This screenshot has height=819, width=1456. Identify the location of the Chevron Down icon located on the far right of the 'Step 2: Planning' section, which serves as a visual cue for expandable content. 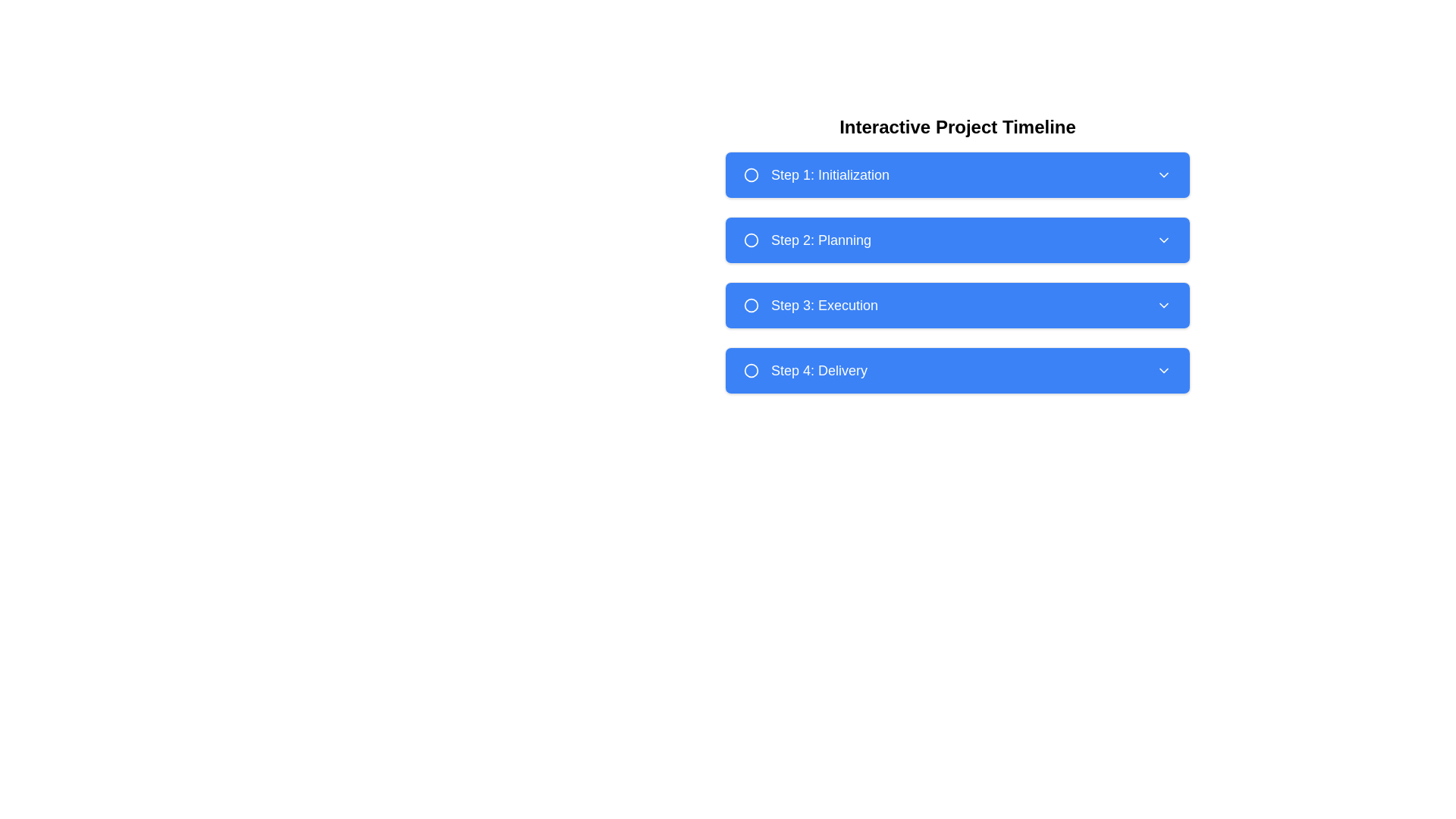
(1163, 239).